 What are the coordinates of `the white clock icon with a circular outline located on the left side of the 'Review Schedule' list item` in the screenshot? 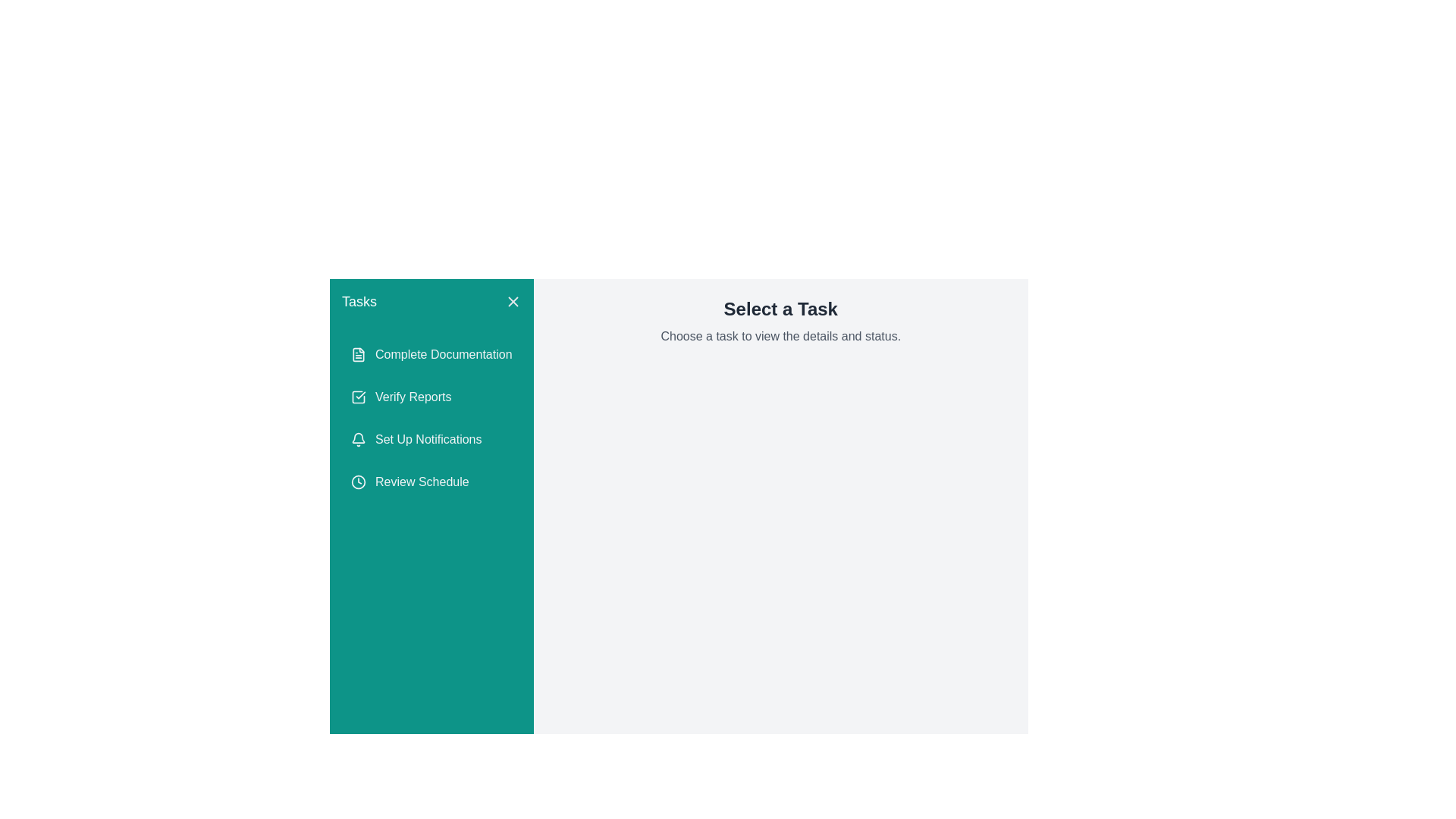 It's located at (358, 482).